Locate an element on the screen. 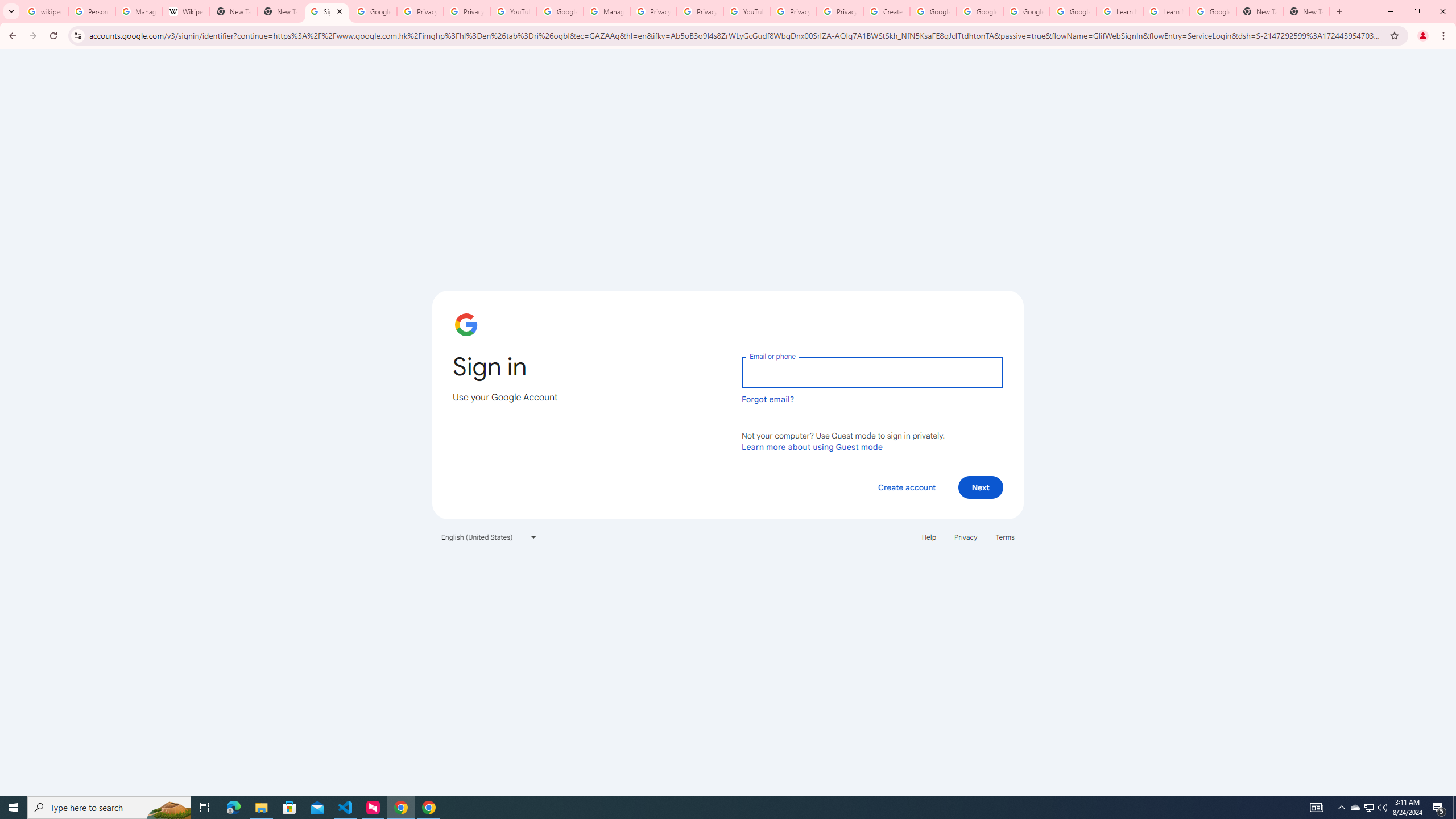 The image size is (1456, 819). 'Create account' is located at coordinates (906, 486).